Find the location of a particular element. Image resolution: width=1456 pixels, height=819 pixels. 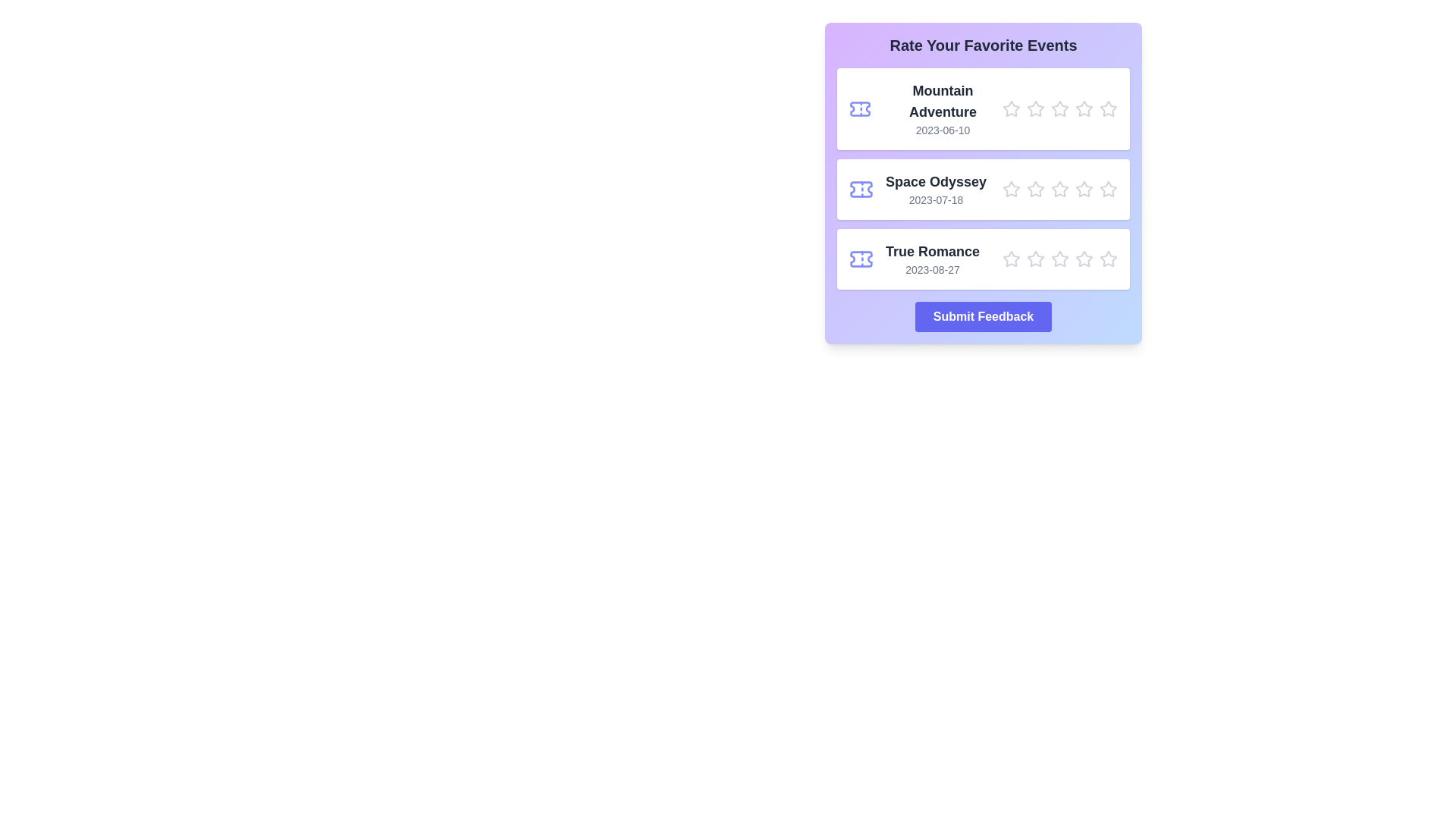

the star corresponding to the rating 4 for the movie Mountain Adventure is located at coordinates (1084, 108).